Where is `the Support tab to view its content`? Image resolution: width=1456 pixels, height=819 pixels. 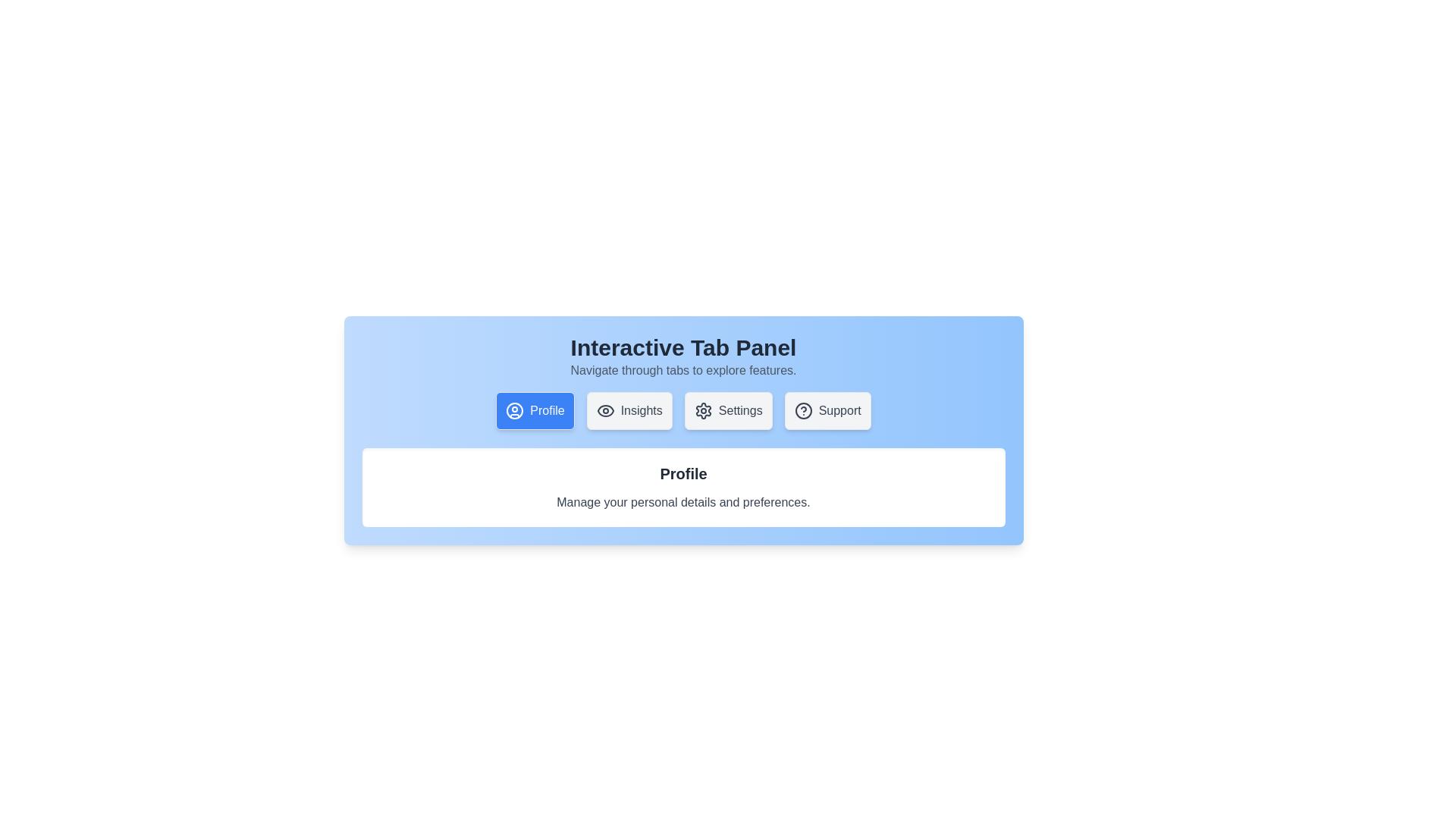
the Support tab to view its content is located at coordinates (827, 411).